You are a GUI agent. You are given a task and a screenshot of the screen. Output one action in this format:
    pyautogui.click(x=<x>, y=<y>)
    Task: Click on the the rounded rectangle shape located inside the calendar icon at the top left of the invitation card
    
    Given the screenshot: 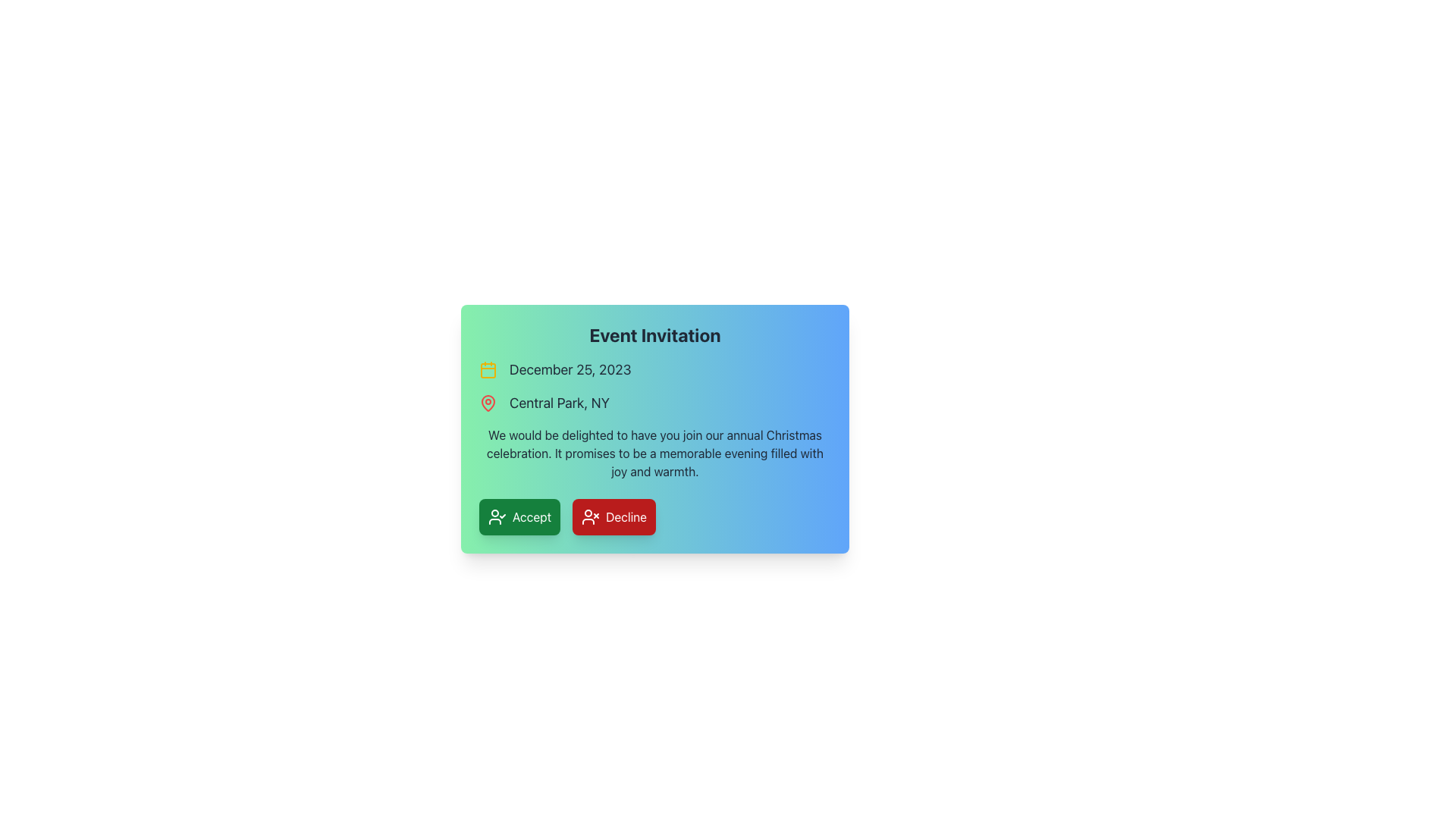 What is the action you would take?
    pyautogui.click(x=488, y=371)
    